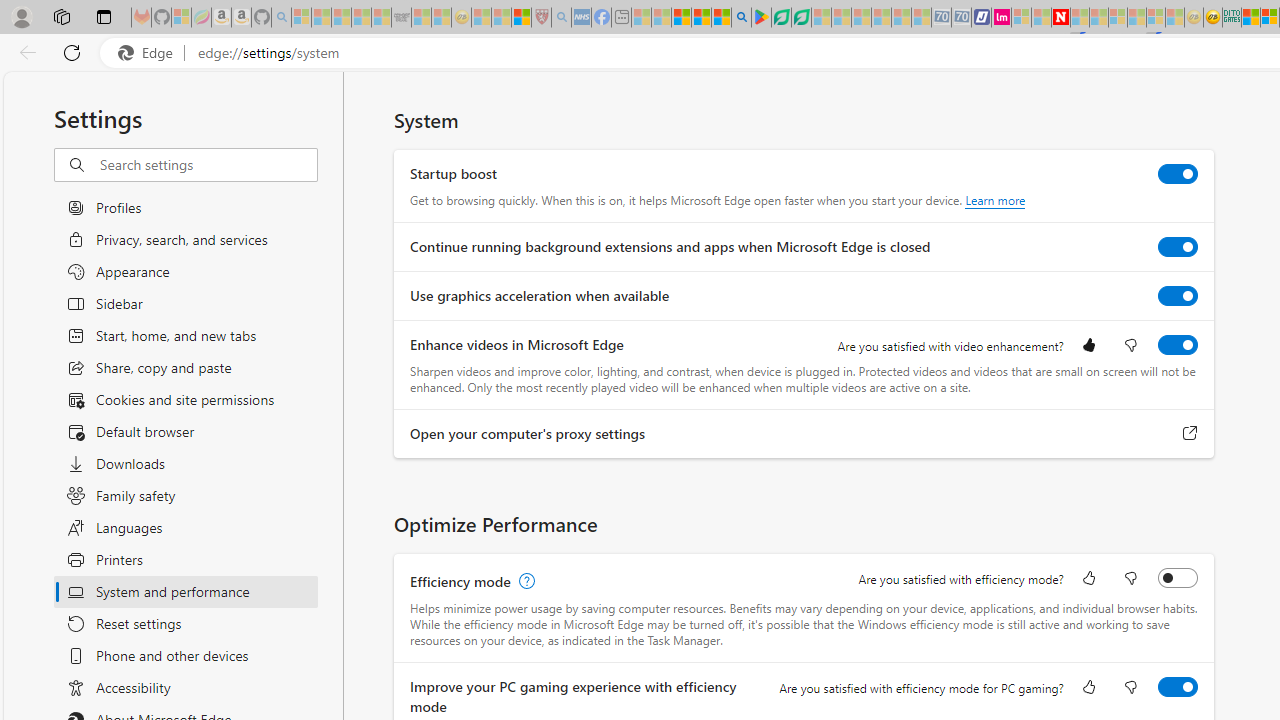 This screenshot has width=1280, height=720. I want to click on 'Search settings', so click(208, 164).